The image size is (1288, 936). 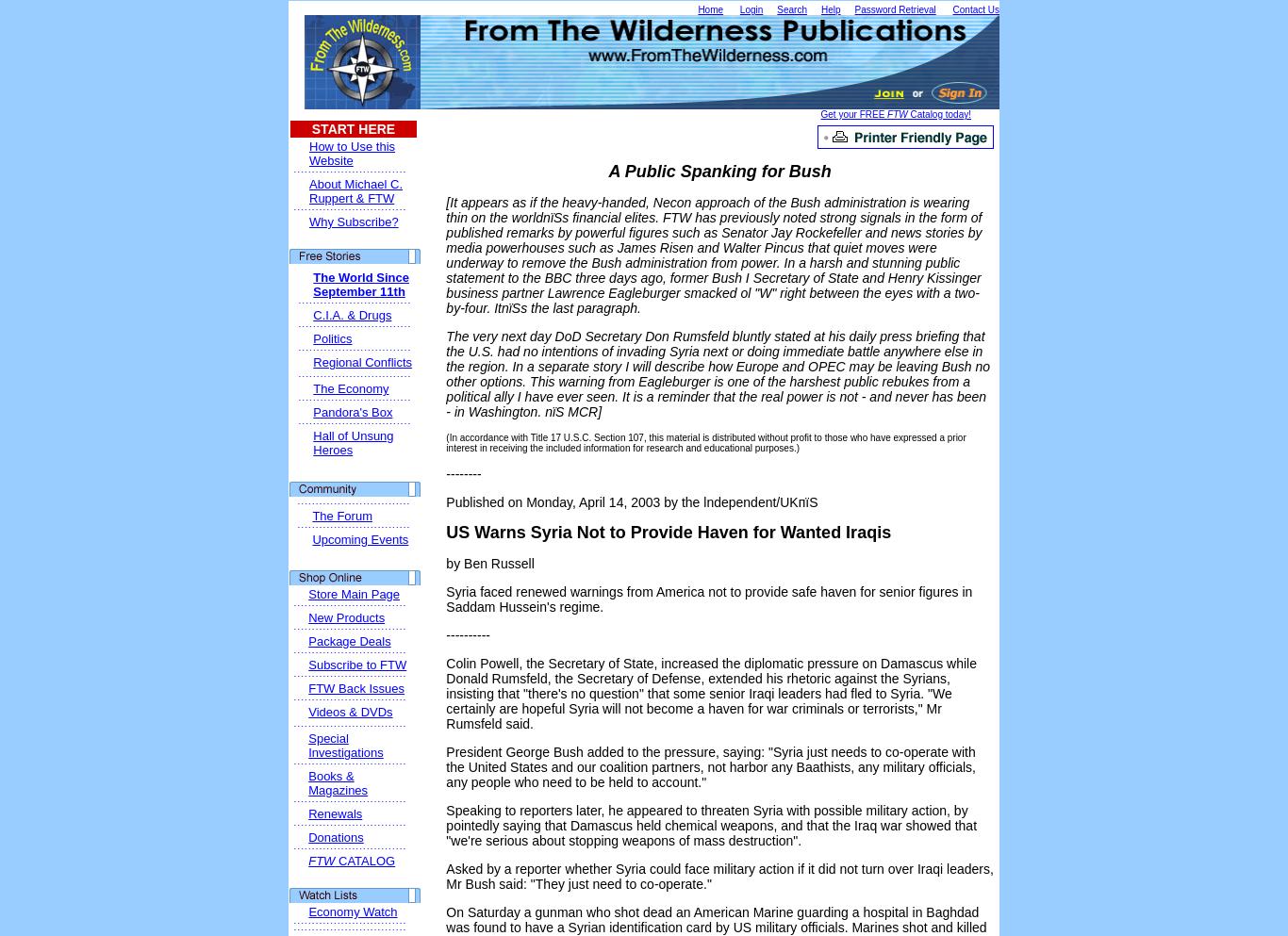 I want to click on 'Public
                              Spanking for Bush', so click(x=725, y=171).